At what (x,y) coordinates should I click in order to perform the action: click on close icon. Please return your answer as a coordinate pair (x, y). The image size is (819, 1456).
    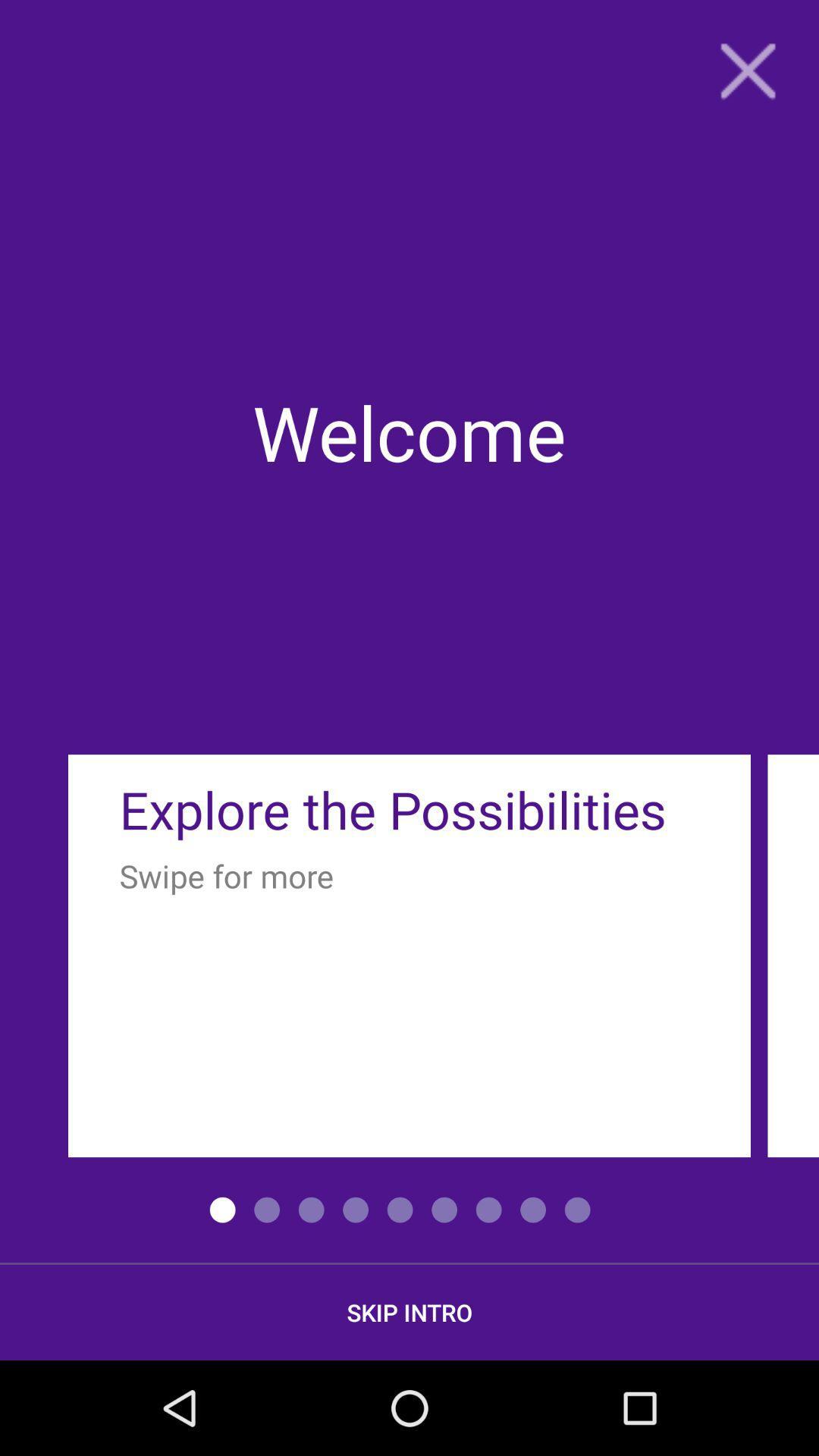
    Looking at the image, I should click on (747, 70).